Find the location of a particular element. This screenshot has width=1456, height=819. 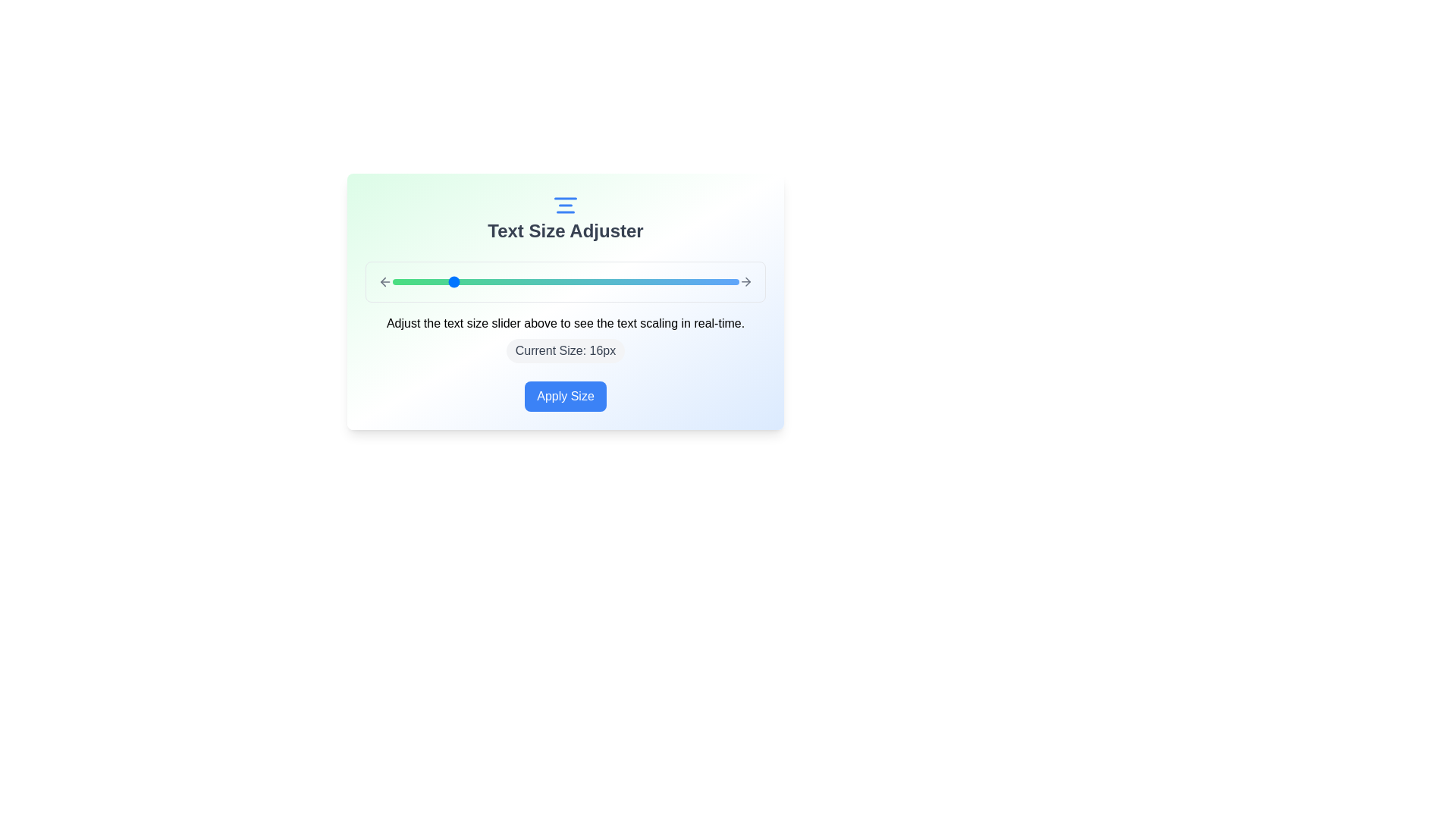

the text size slider to 14 px is located at coordinates (421, 281).